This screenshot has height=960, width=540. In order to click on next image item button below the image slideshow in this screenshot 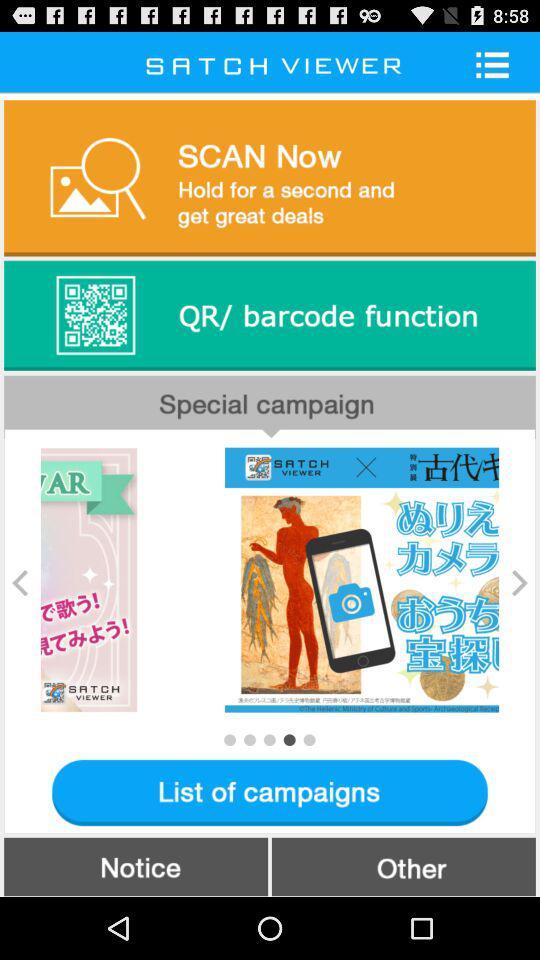, I will do `click(310, 738)`.